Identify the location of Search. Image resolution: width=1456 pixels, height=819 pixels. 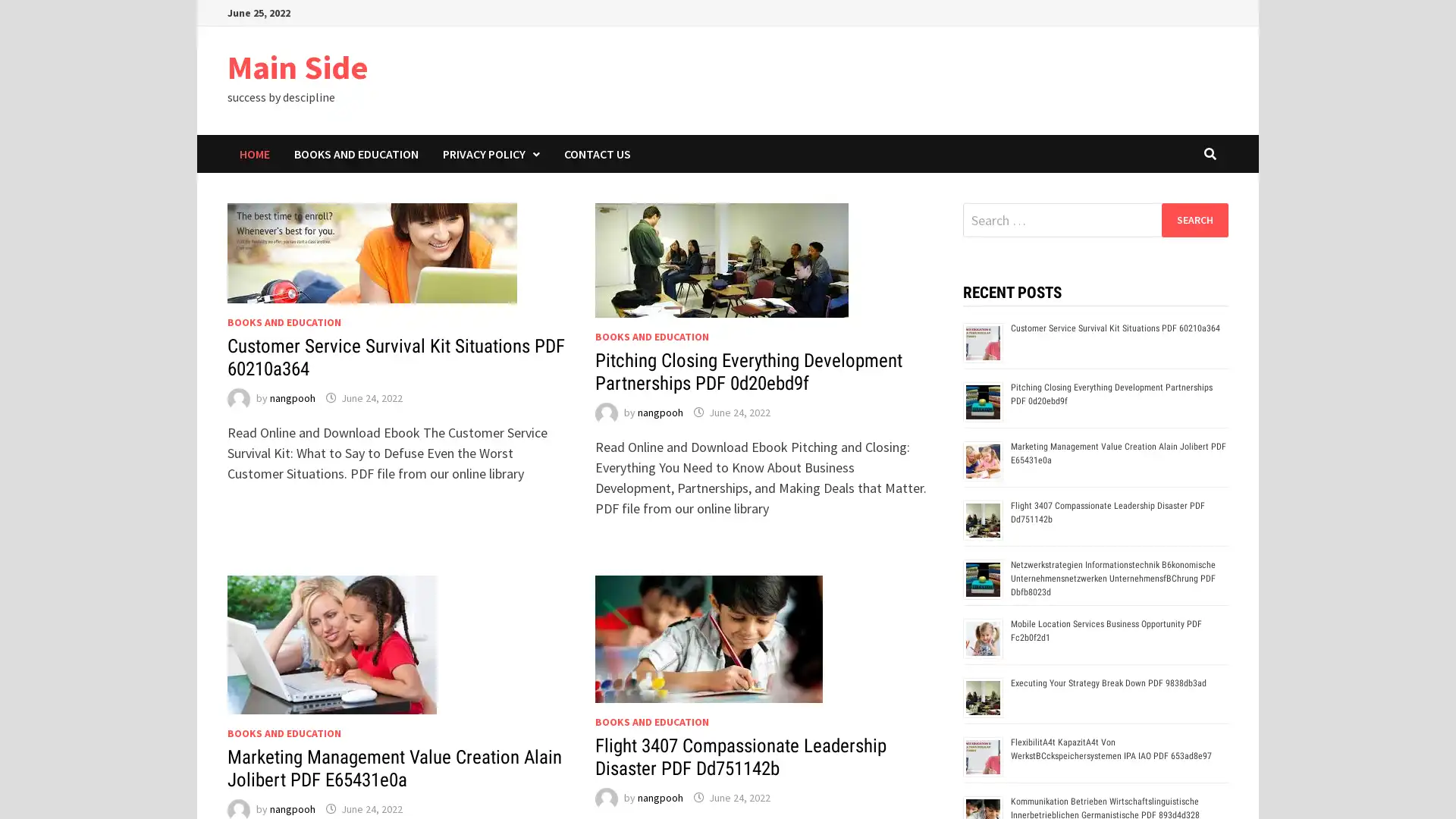
(1194, 219).